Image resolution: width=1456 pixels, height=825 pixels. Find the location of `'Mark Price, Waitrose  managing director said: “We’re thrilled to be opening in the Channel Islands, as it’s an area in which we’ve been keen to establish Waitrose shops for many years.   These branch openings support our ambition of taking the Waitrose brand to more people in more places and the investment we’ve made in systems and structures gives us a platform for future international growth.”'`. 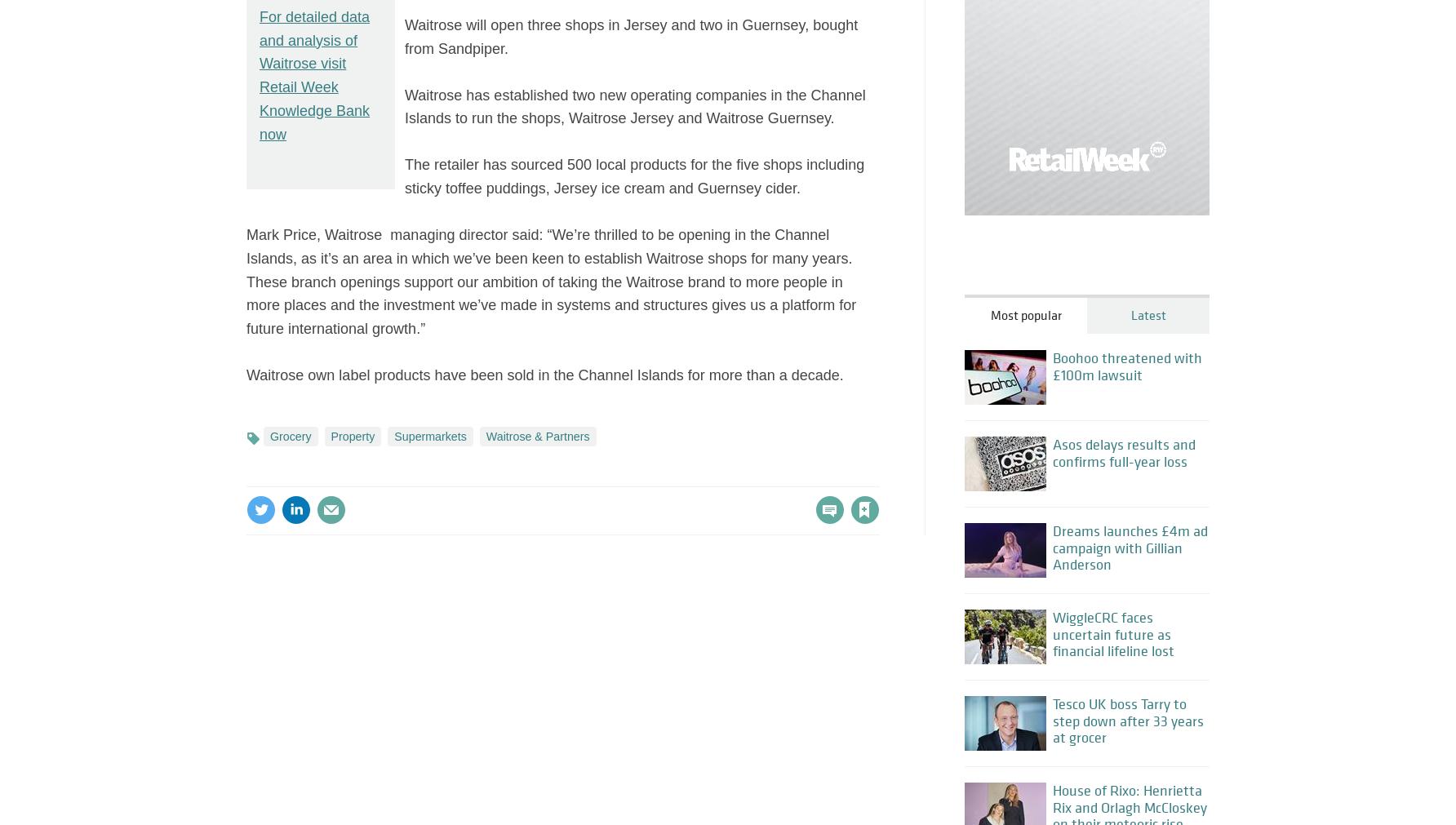

'Mark Price, Waitrose  managing director said: “We’re thrilled to be opening in the Channel Islands, as it’s an area in which we’ve been keen to establish Waitrose shops for many years.   These branch openings support our ambition of taking the Waitrose brand to more people in more places and the investment we’ve made in systems and structures gives us a platform for future international growth.”' is located at coordinates (553, 280).